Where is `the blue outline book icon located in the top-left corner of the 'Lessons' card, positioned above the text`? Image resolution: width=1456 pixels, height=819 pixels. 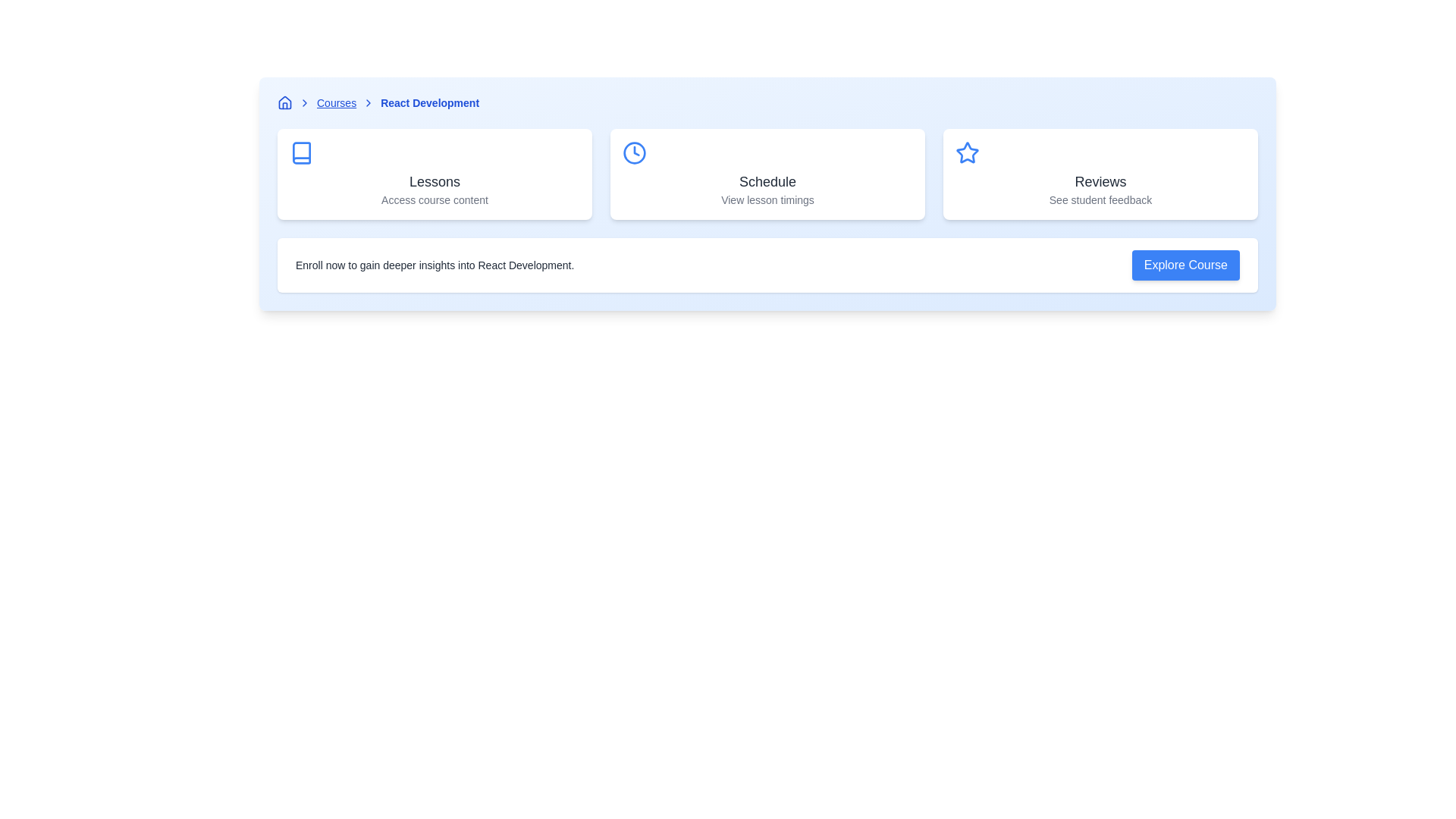 the blue outline book icon located in the top-left corner of the 'Lessons' card, positioned above the text is located at coordinates (302, 152).